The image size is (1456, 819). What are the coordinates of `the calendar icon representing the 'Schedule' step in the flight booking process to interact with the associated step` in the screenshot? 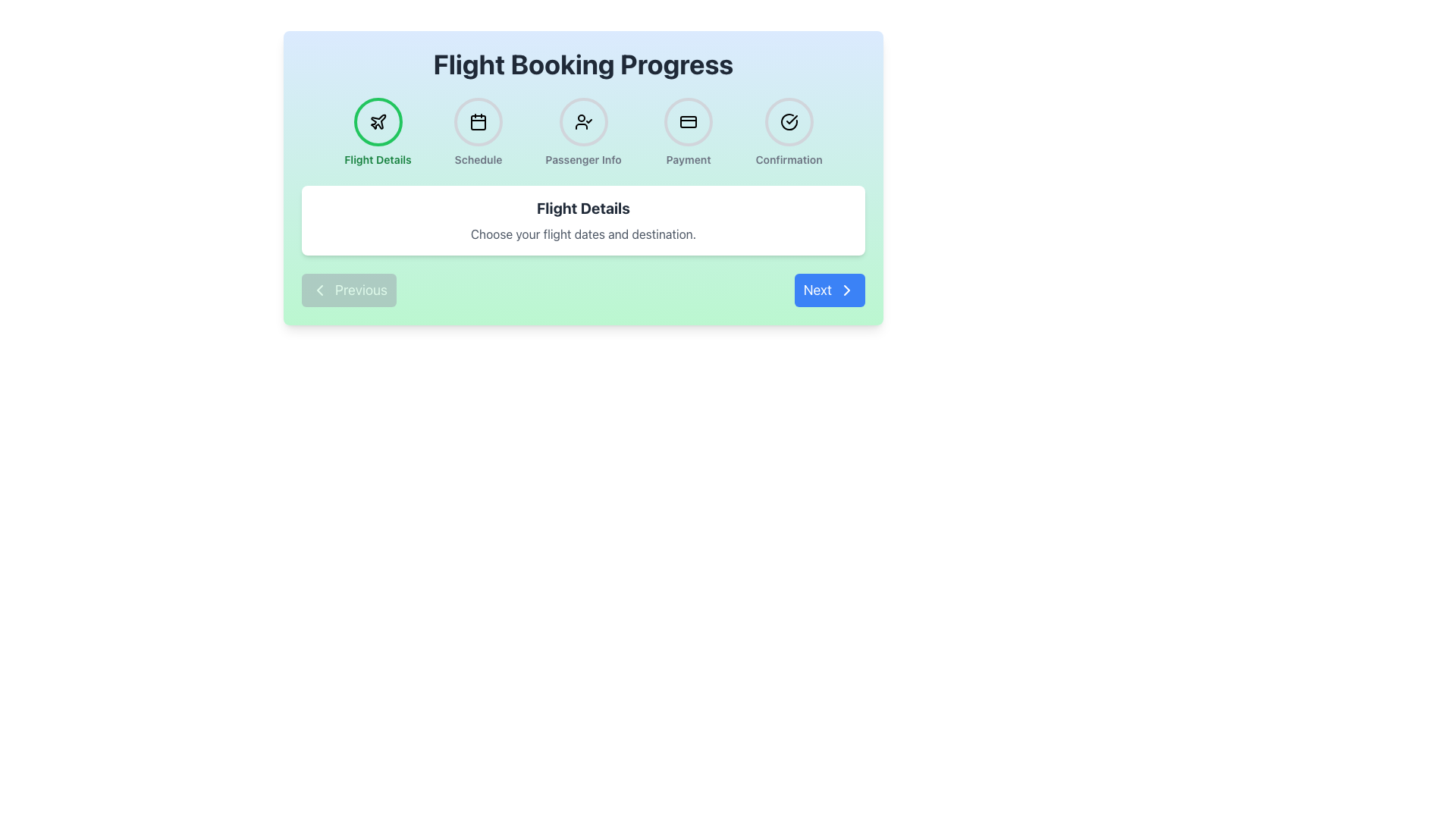 It's located at (478, 122).